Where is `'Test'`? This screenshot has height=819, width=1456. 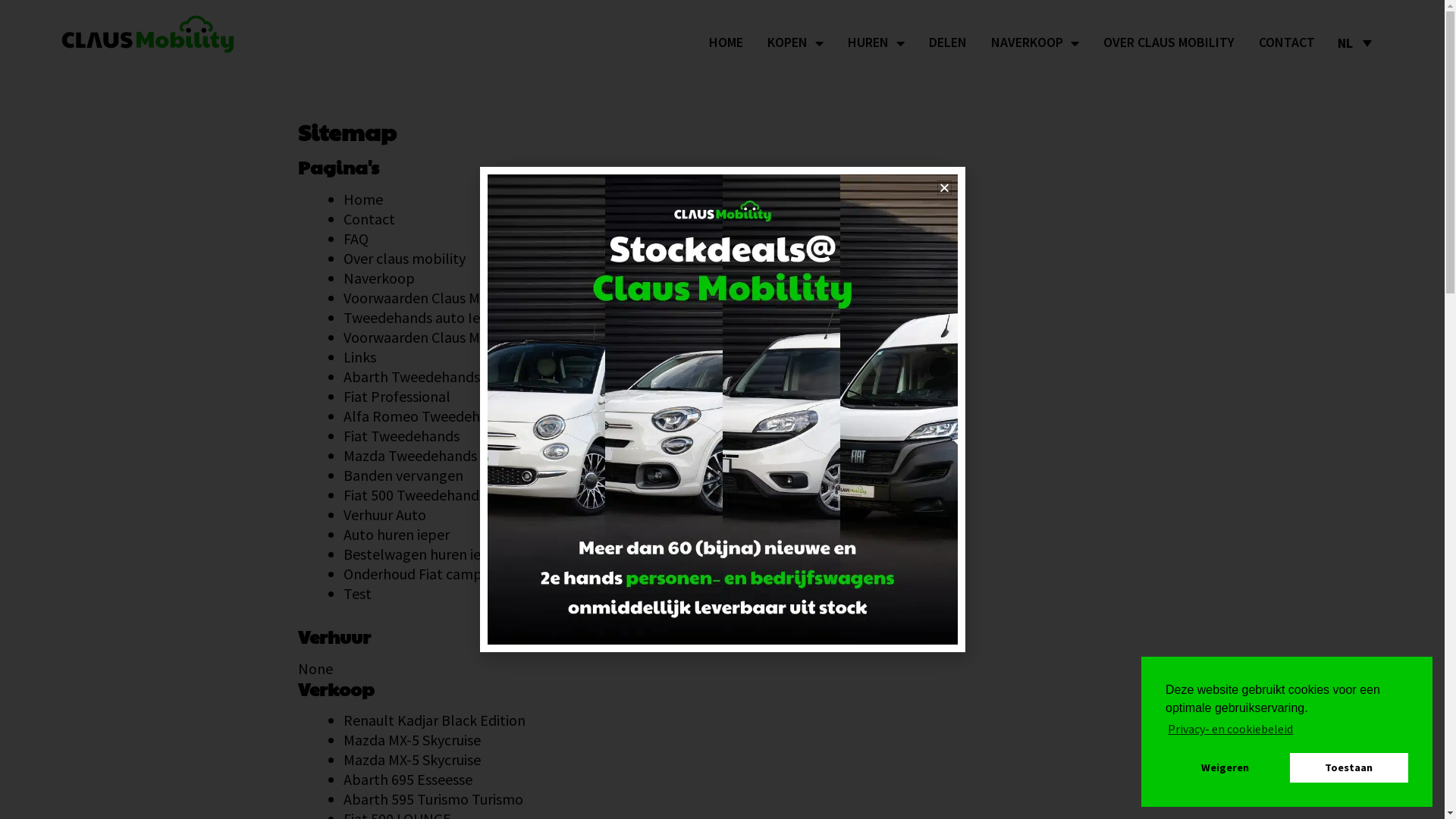
'Test' is located at coordinates (356, 592).